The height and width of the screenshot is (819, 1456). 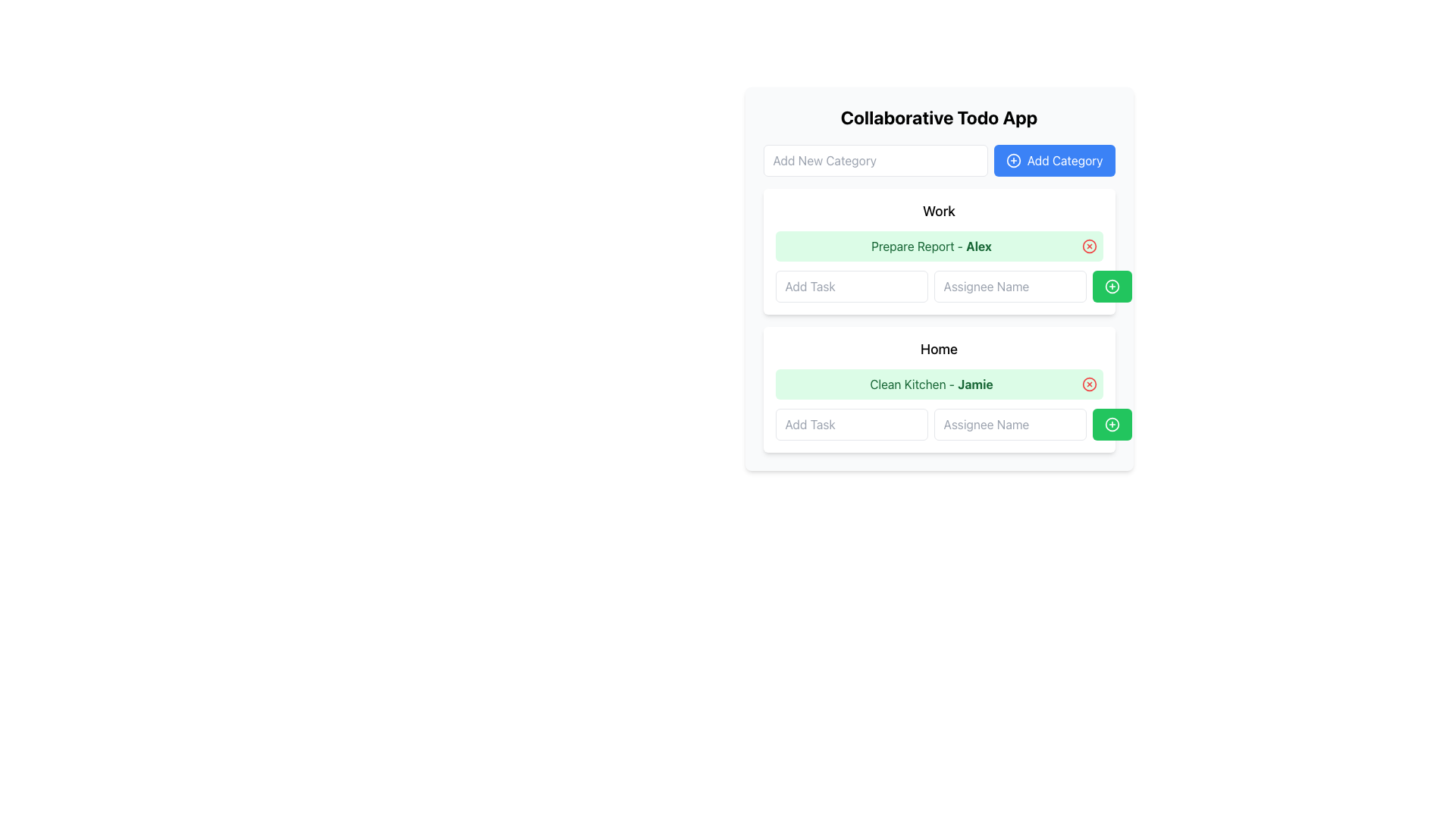 I want to click on the heading text label that indicates the context or category of tasks in the 'Work' section card, positioned above the 'Prepare Report - Alex' description, so click(x=938, y=211).